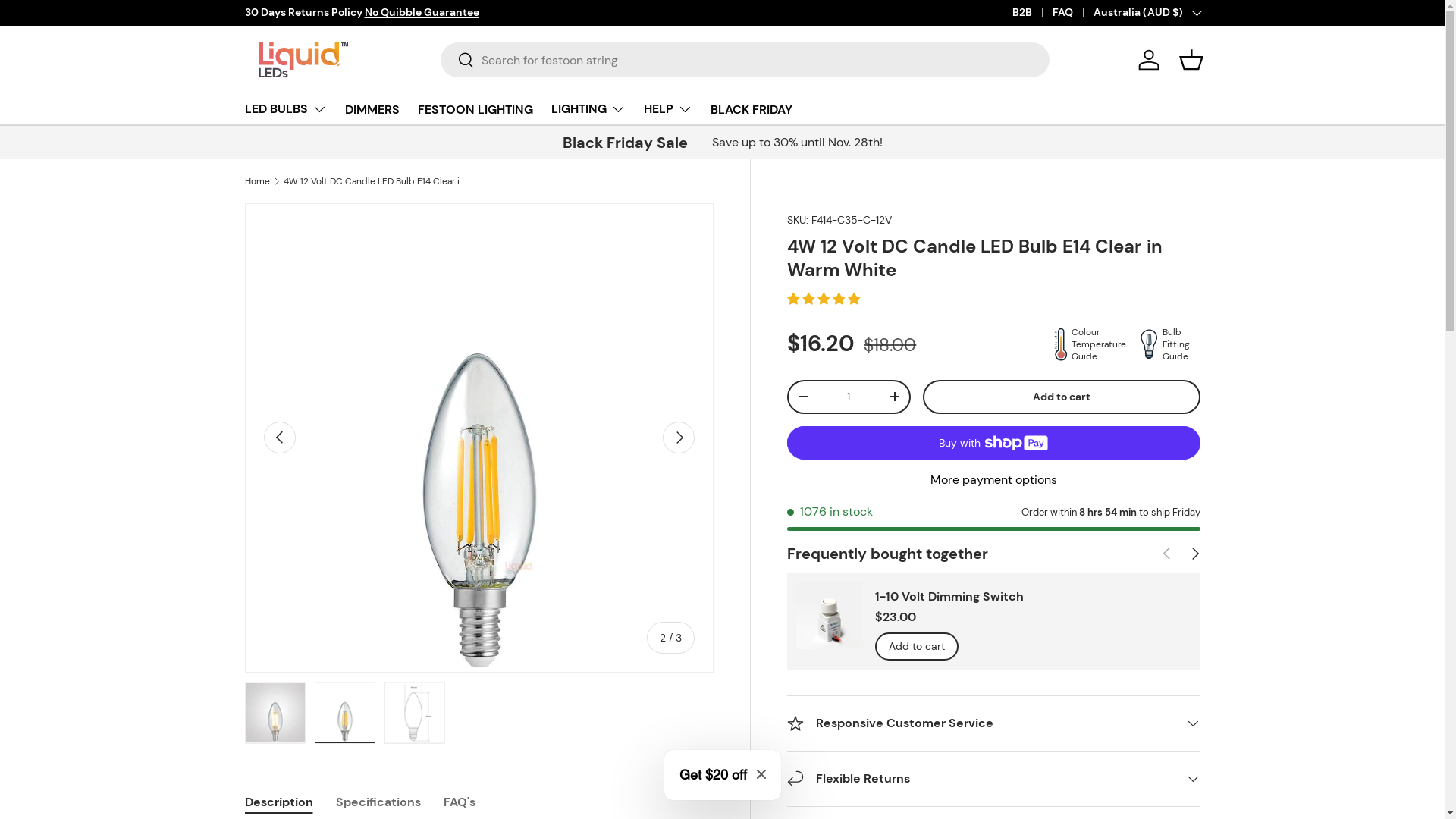  I want to click on '+', so click(895, 396).